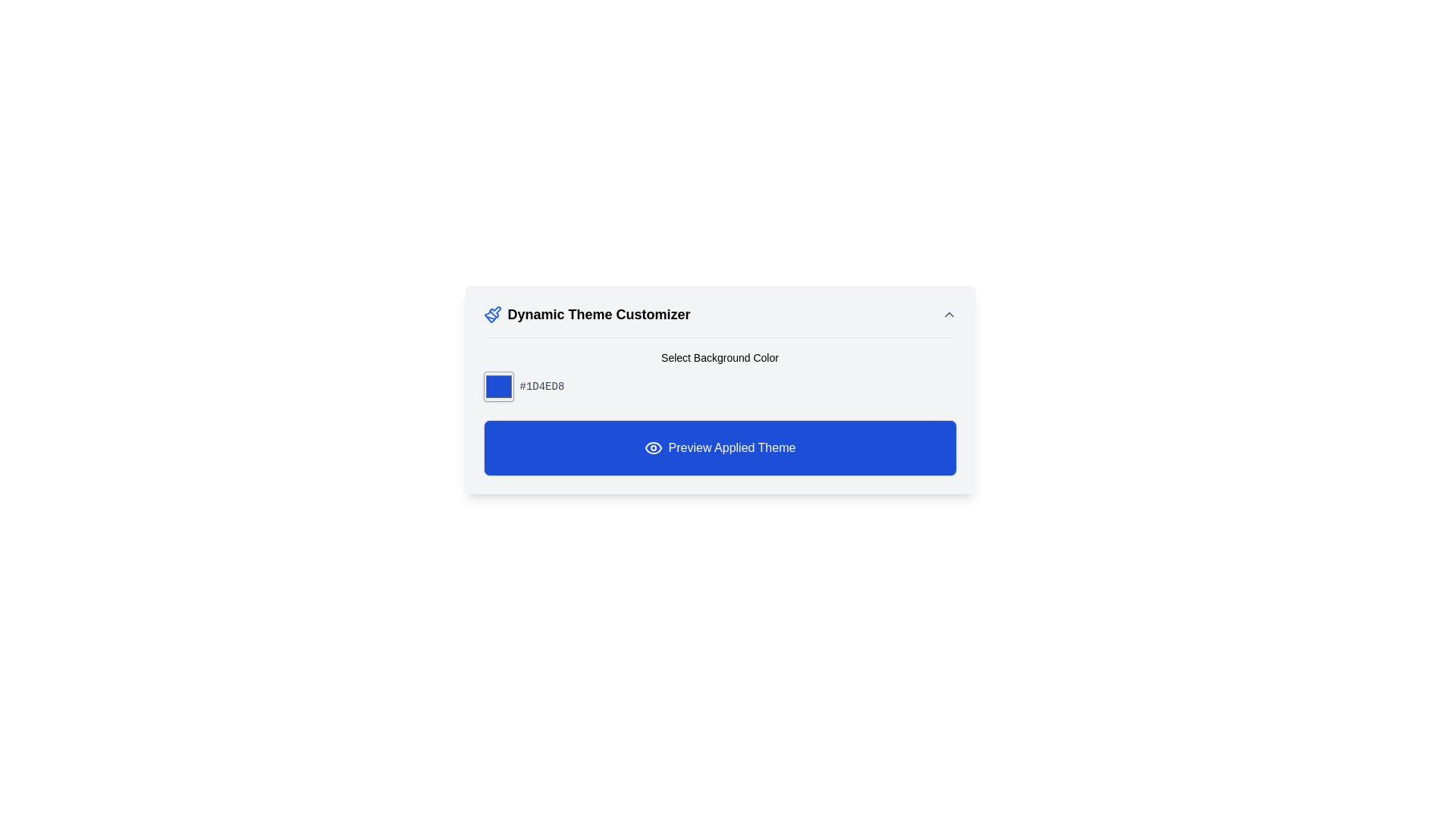  I want to click on the button labeled 'Preview Applied Theme' that features a blue background and an eye icon, located beneath a color display box with the value '#1D4ED8', so click(719, 447).